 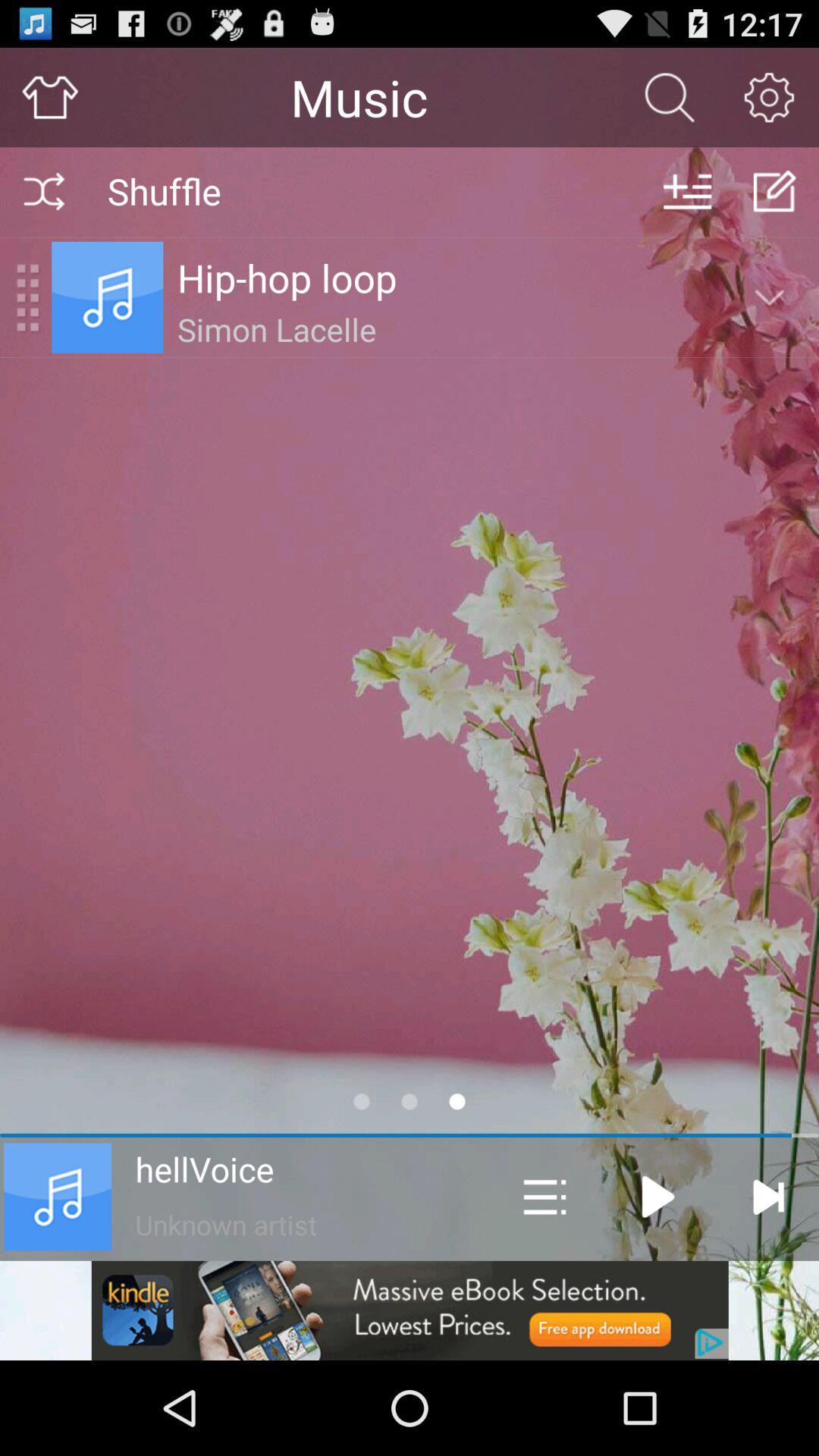 What do you see at coordinates (769, 96) in the screenshot?
I see `the icon next to search` at bounding box center [769, 96].